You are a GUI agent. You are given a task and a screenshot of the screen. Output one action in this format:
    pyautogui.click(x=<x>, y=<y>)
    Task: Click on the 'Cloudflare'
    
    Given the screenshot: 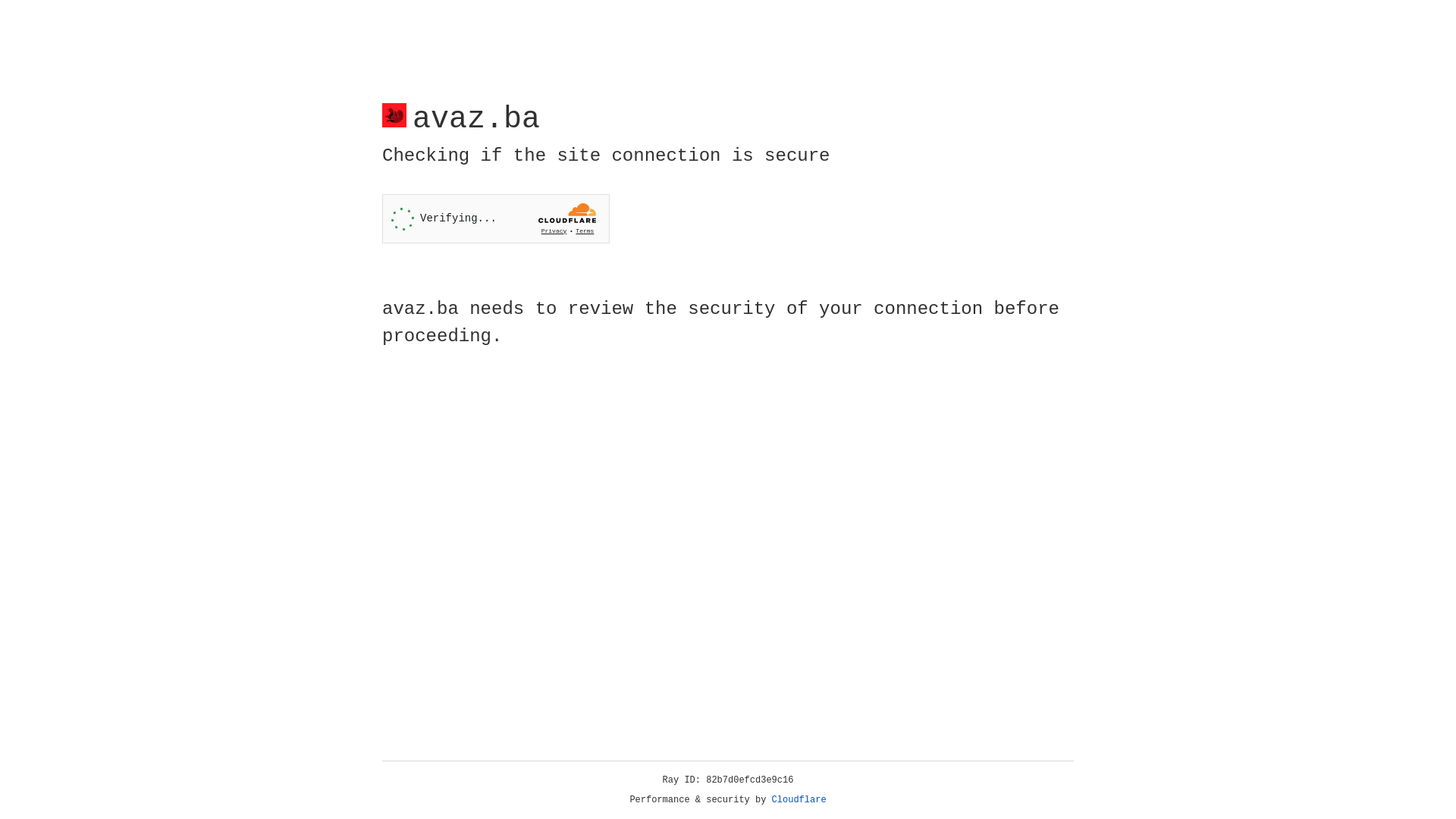 What is the action you would take?
    pyautogui.click(x=799, y=799)
    